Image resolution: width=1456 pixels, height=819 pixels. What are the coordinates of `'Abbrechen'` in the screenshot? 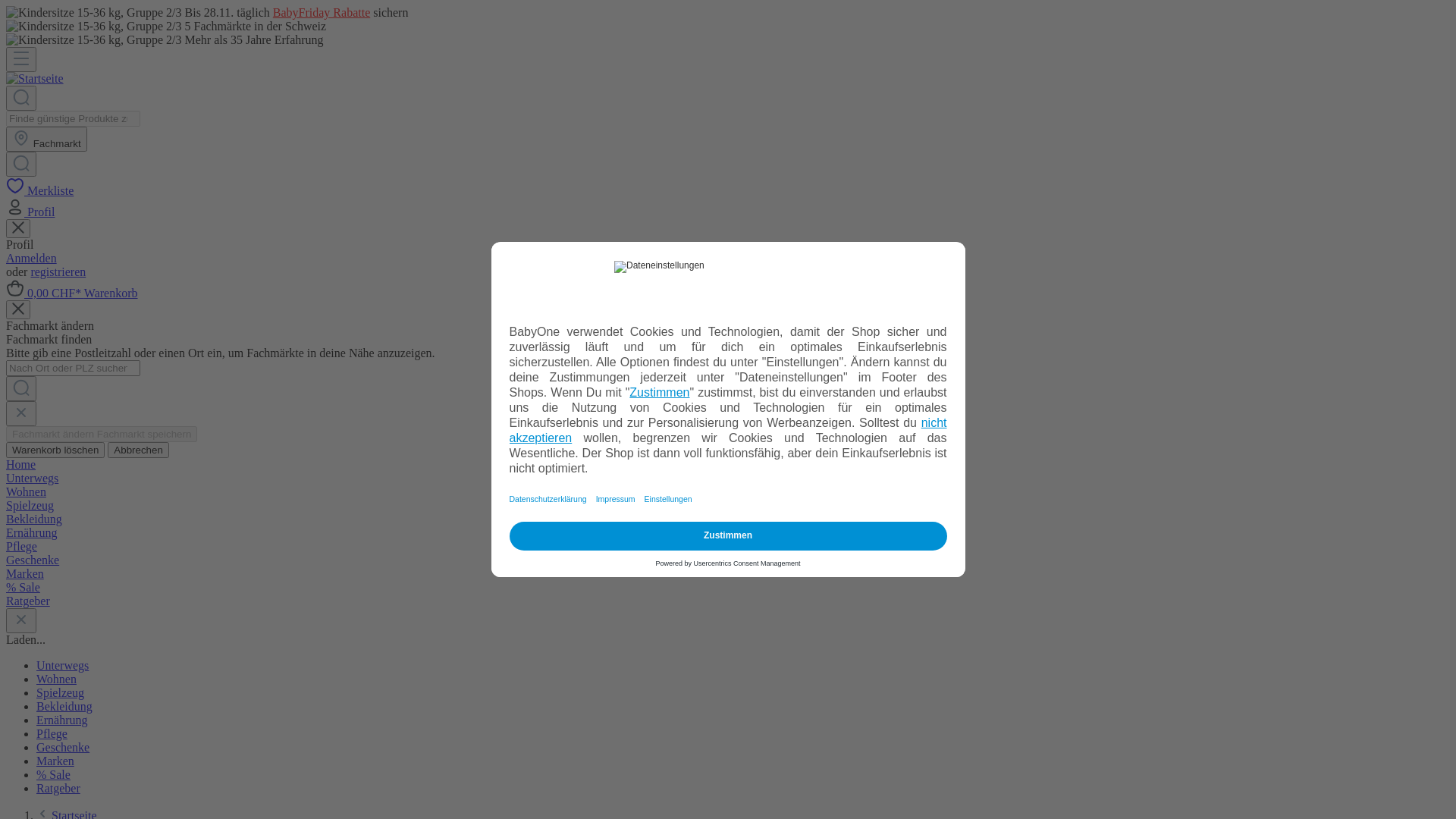 It's located at (138, 449).